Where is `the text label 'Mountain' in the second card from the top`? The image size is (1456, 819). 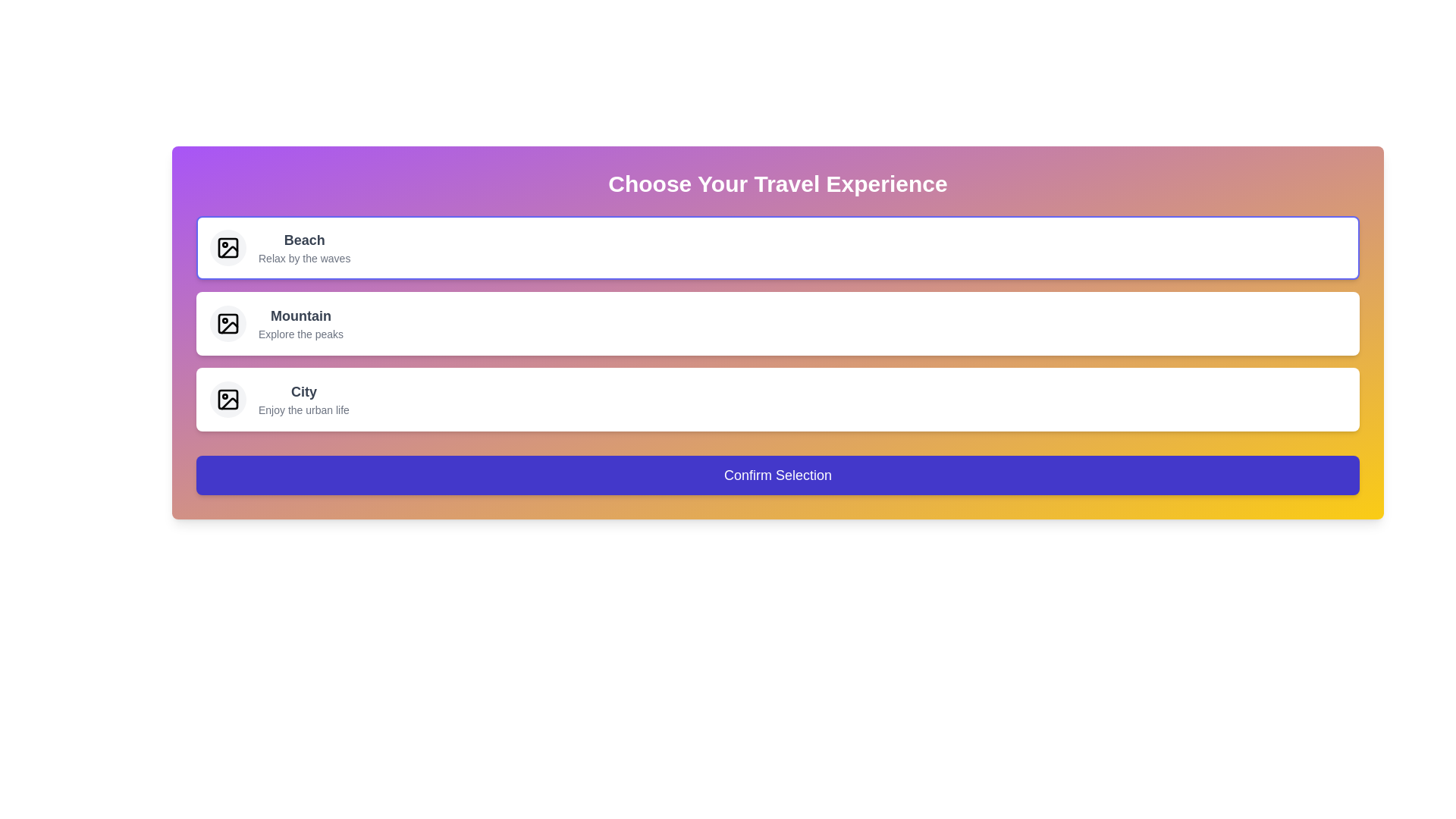 the text label 'Mountain' in the second card from the top is located at coordinates (301, 323).